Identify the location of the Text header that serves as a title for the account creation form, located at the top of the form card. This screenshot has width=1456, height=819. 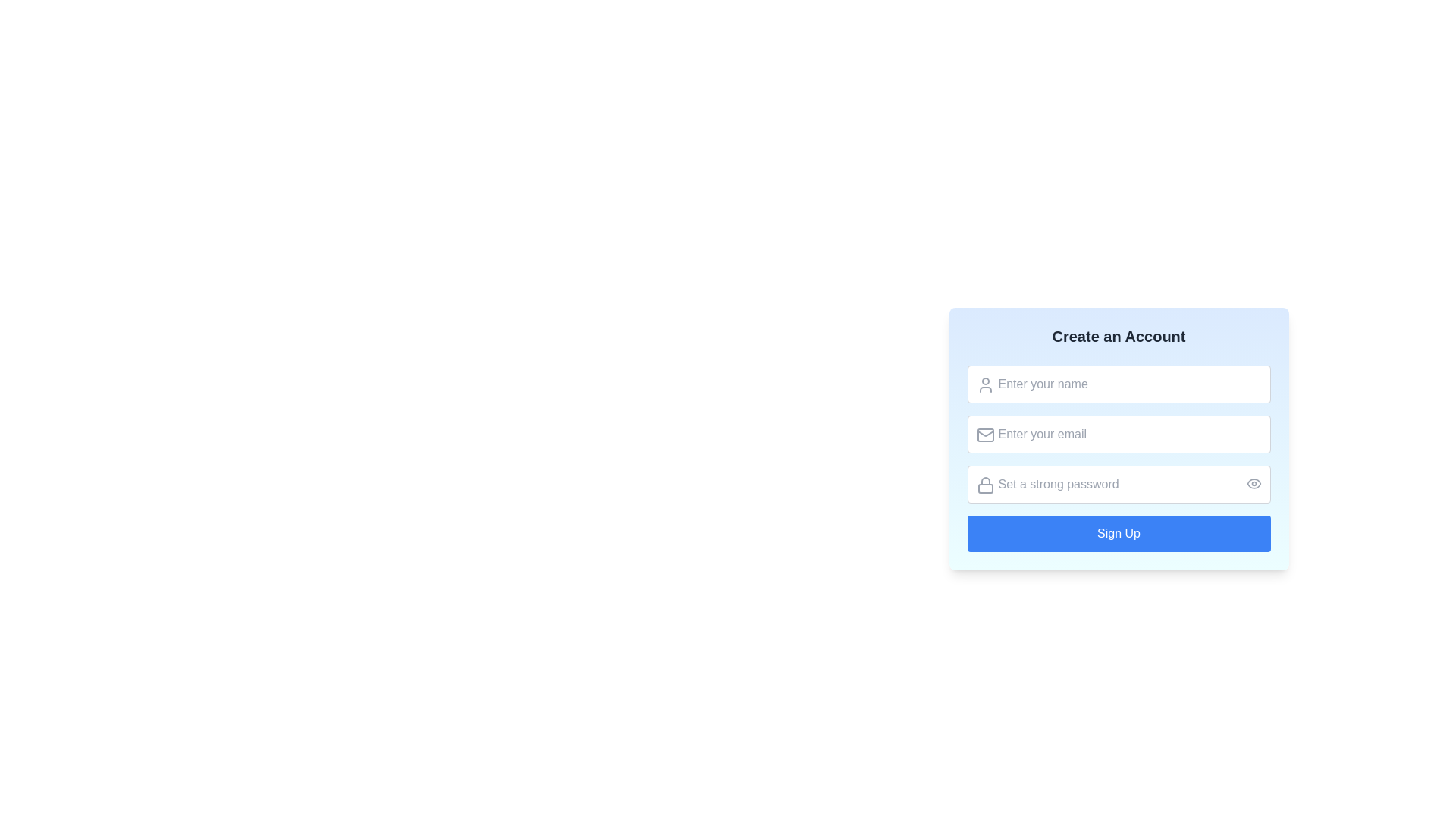
(1119, 335).